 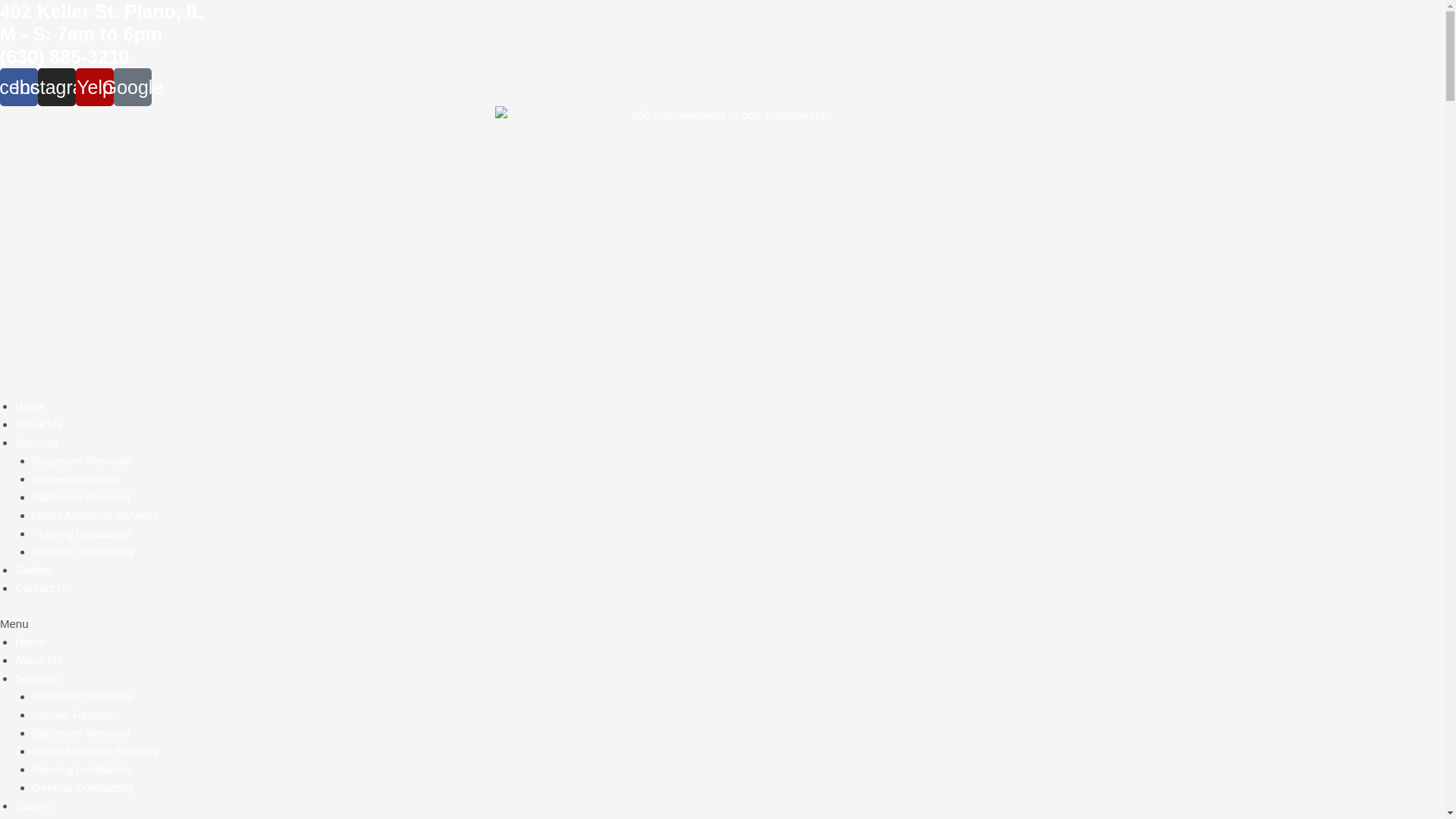 What do you see at coordinates (80, 460) in the screenshot?
I see `'Basement Remodel'` at bounding box center [80, 460].